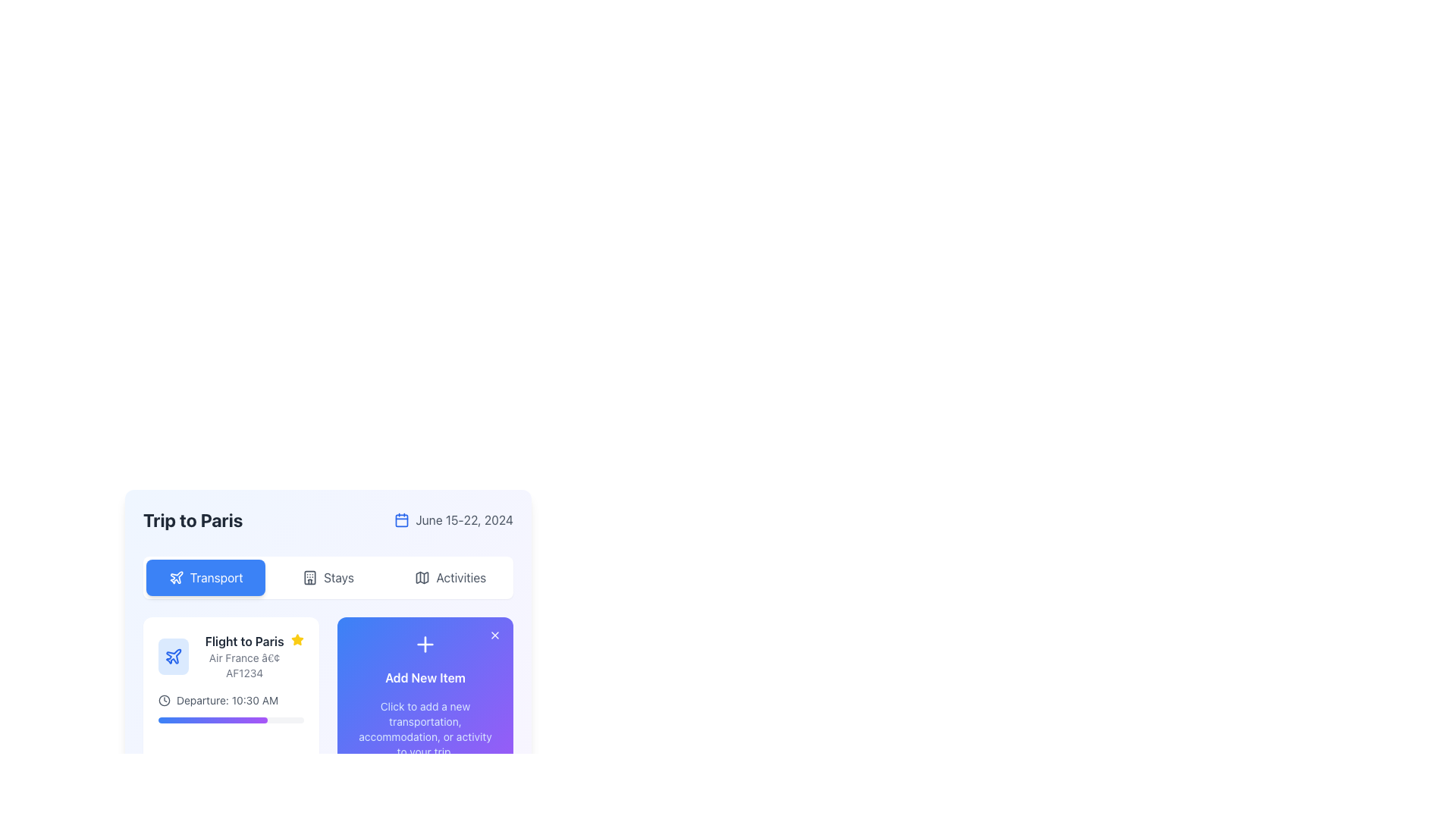 This screenshot has width=1456, height=819. Describe the element at coordinates (494, 635) in the screenshot. I see `the close button located at the top-right corner of the 'Add New Item' card with a purple gradient background` at that location.